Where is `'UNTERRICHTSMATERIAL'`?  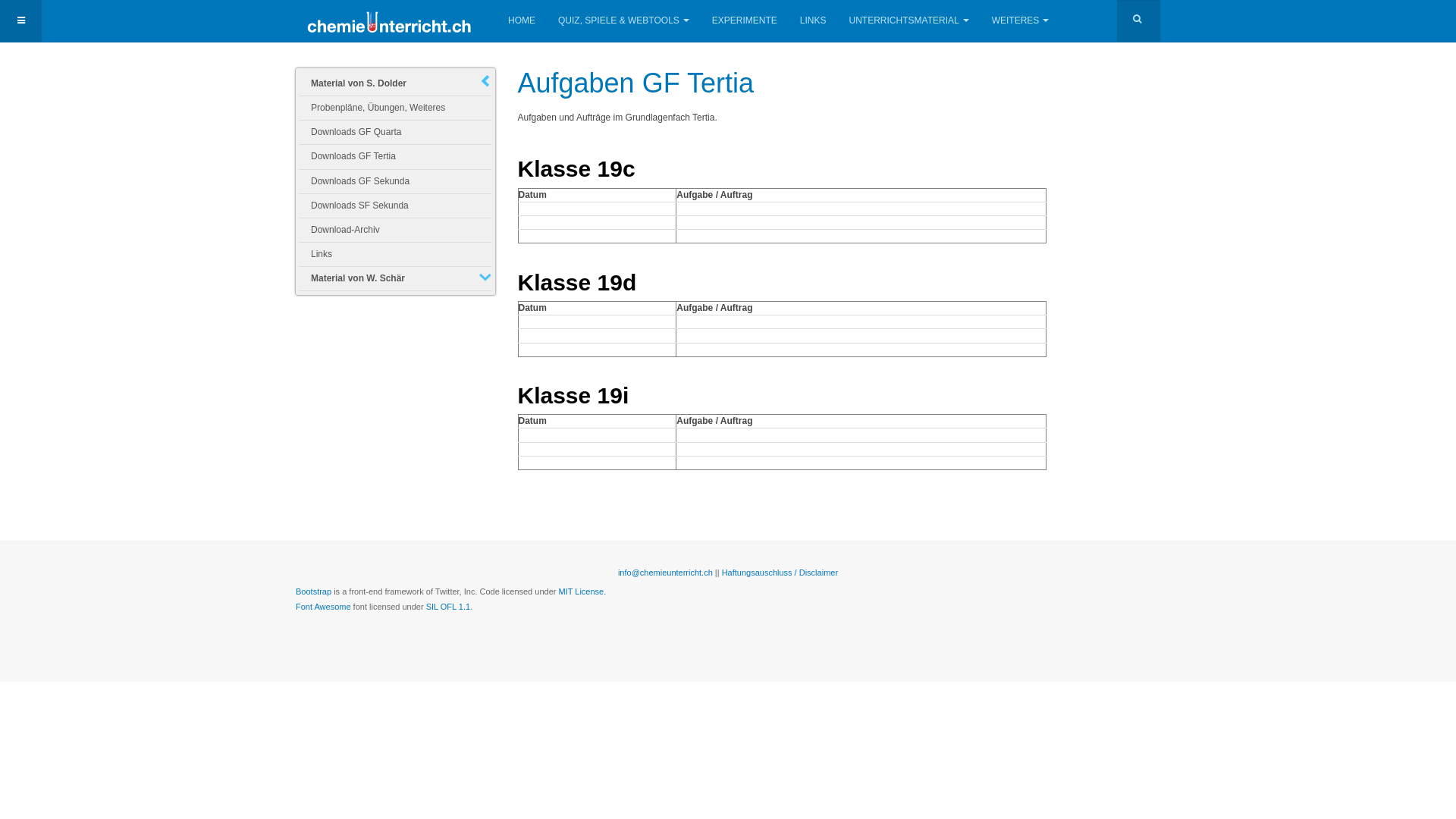 'UNTERRICHTSMATERIAL' is located at coordinates (909, 20).